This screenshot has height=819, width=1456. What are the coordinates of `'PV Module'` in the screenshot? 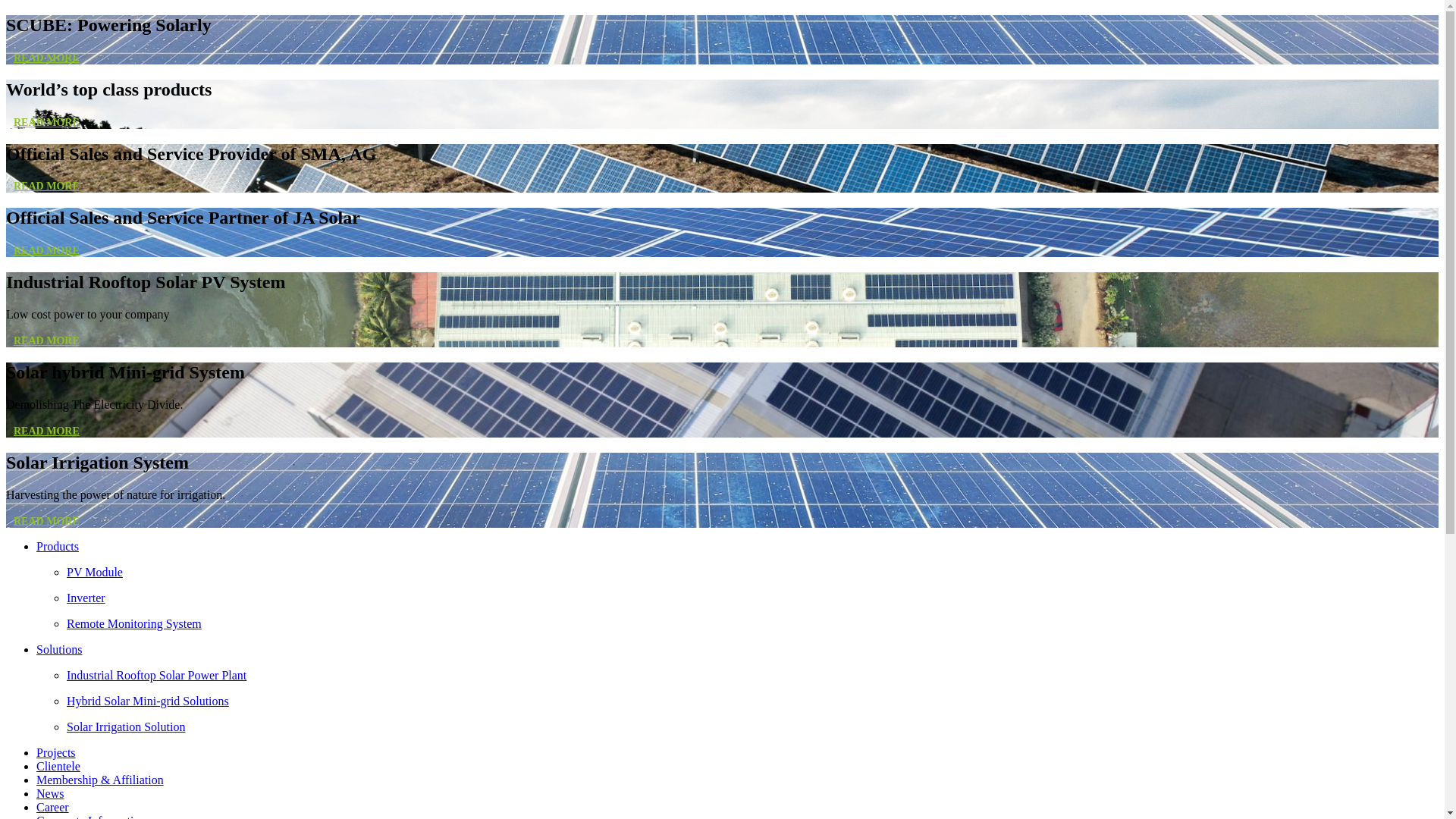 It's located at (752, 573).